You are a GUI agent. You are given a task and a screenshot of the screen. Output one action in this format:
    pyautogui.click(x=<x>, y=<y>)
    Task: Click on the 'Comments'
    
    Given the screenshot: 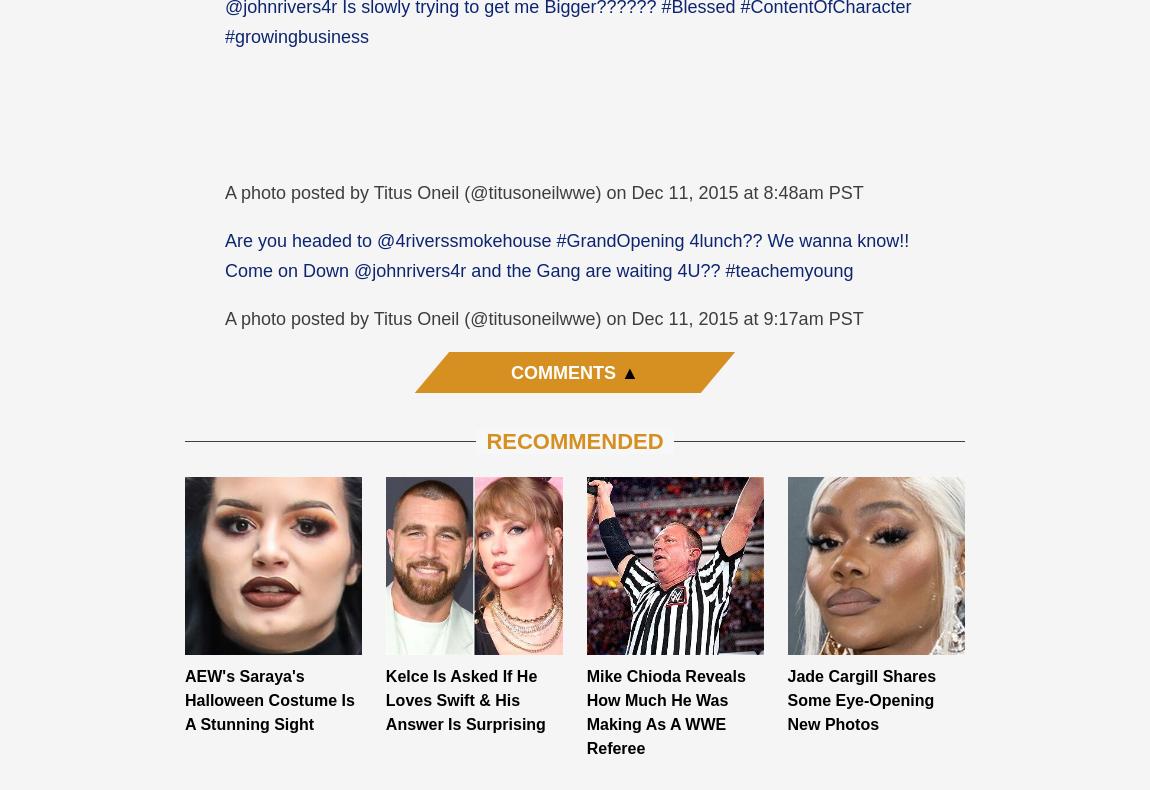 What is the action you would take?
    pyautogui.click(x=563, y=373)
    